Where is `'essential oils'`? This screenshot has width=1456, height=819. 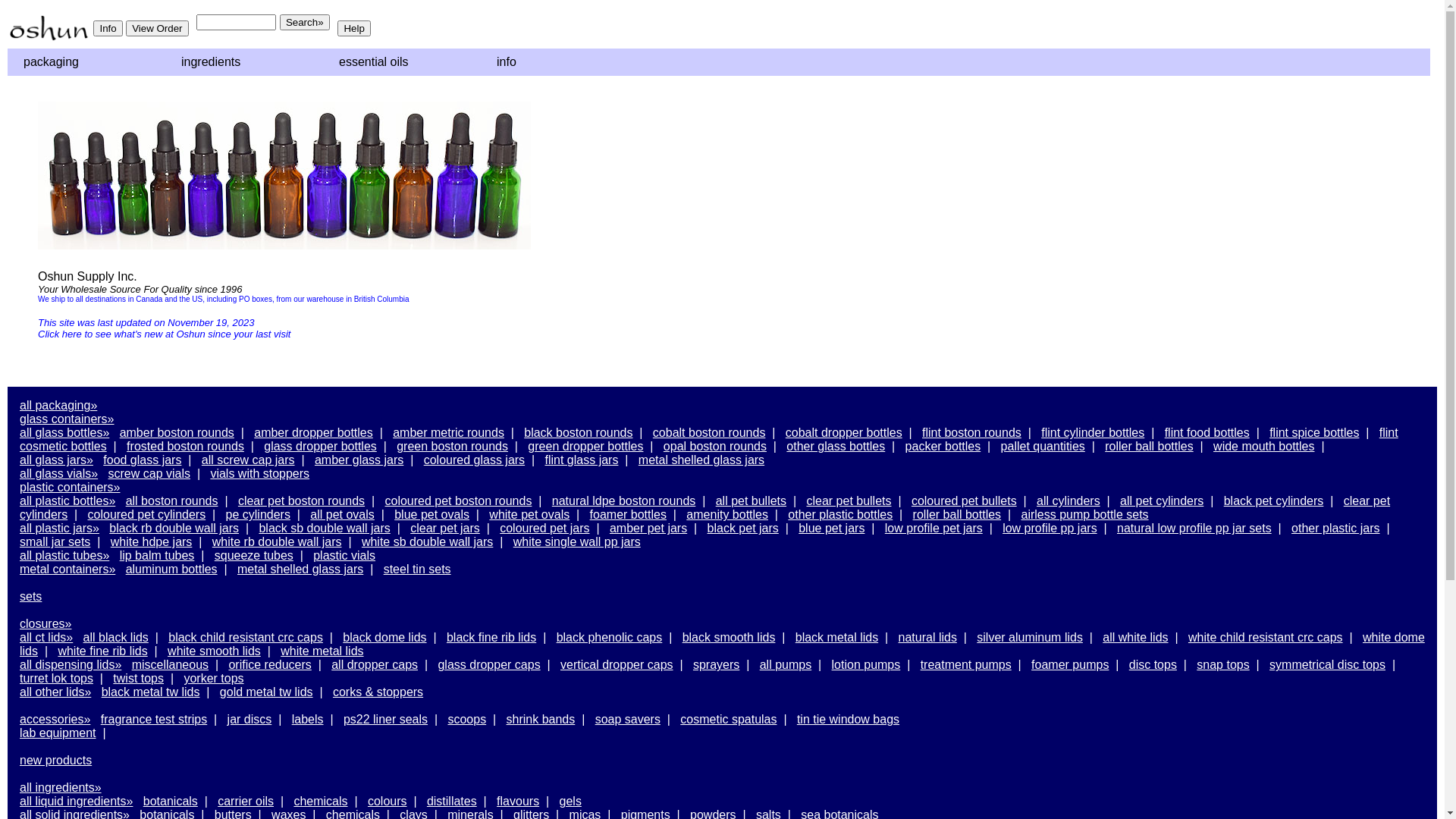
'essential oils' is located at coordinates (326, 61).